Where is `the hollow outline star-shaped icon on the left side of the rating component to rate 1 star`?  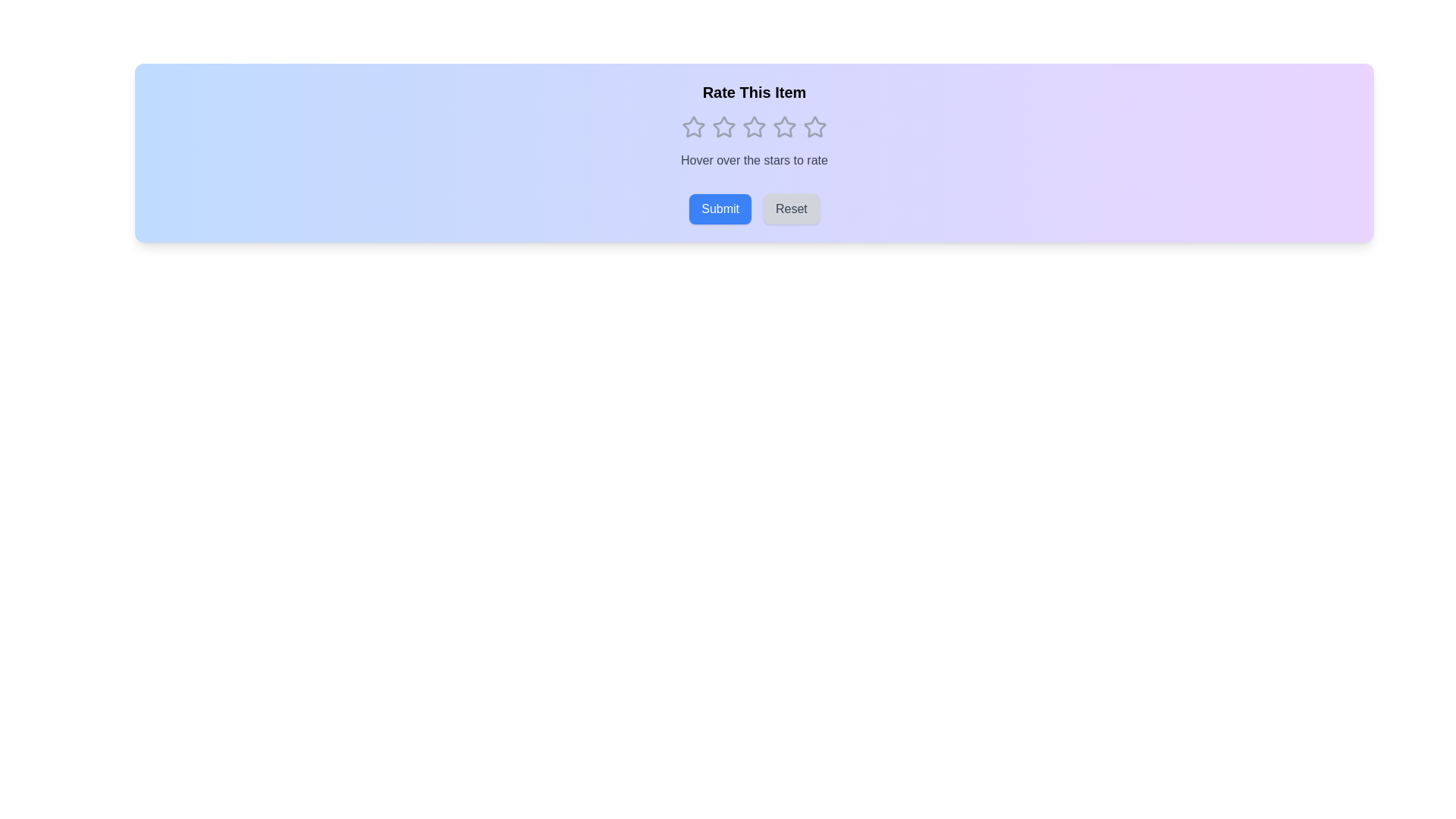 the hollow outline star-shaped icon on the left side of the rating component to rate 1 star is located at coordinates (693, 127).